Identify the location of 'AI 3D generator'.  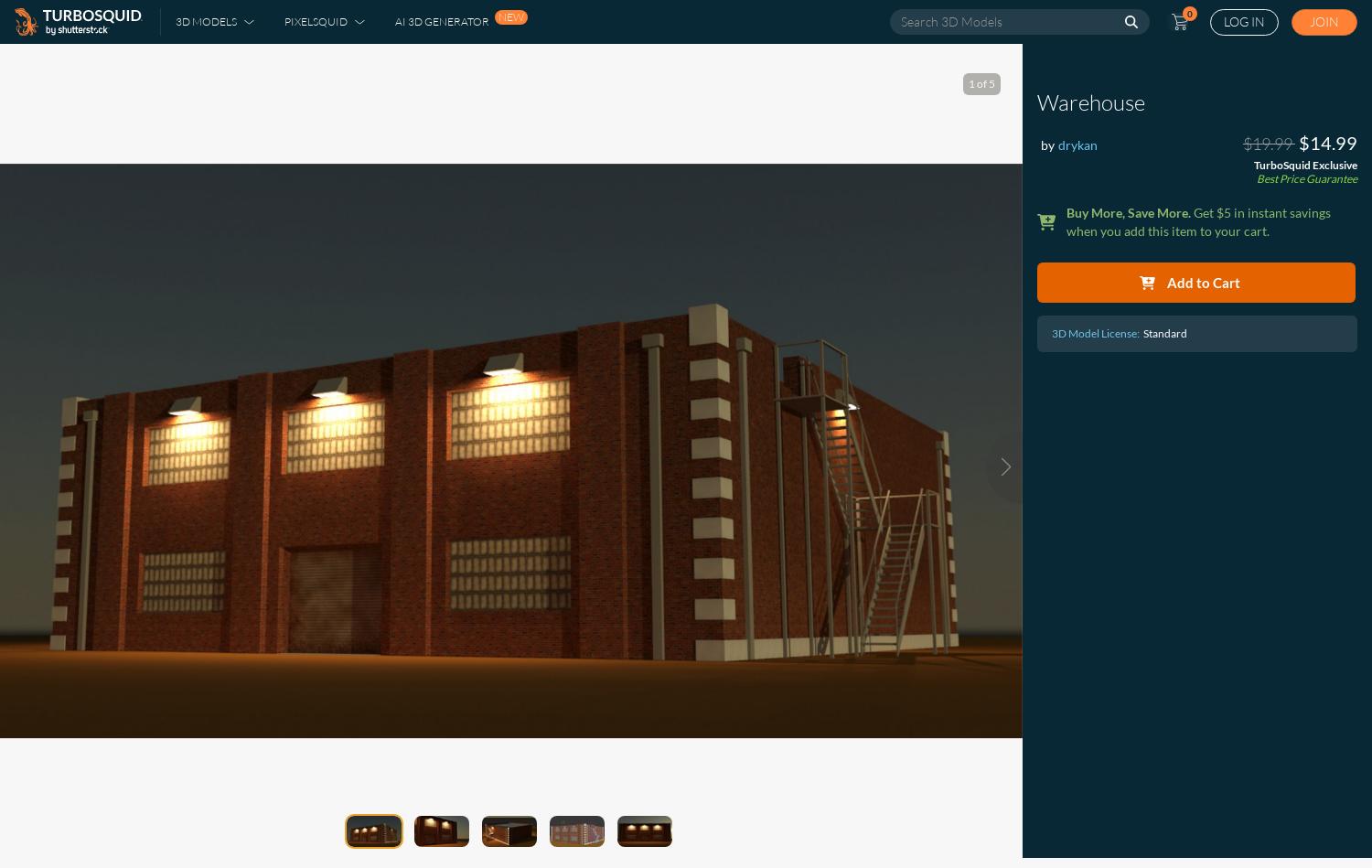
(394, 21).